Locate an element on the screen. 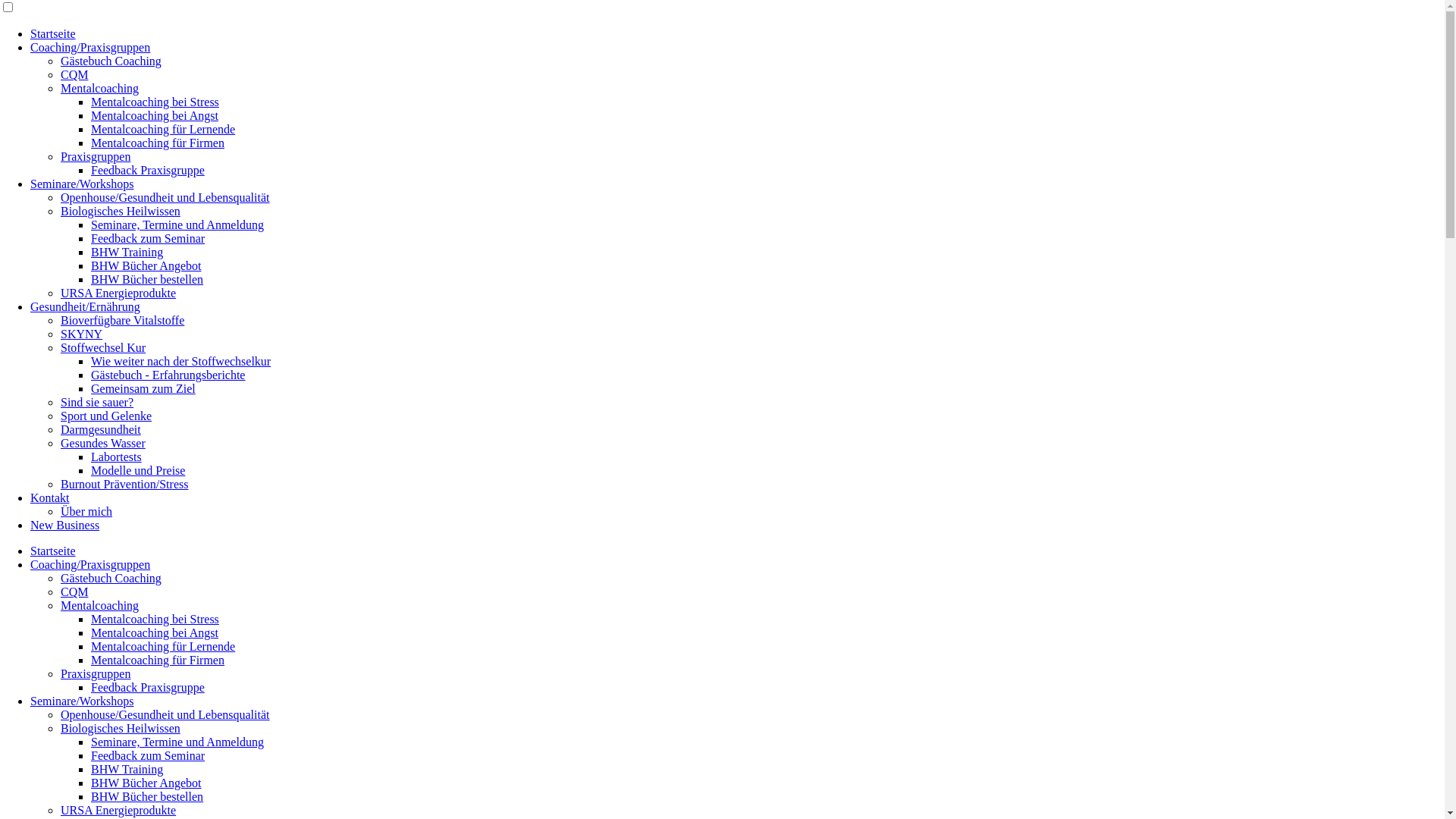 This screenshot has width=1456, height=819. 'Mentalcoaching' is located at coordinates (99, 604).